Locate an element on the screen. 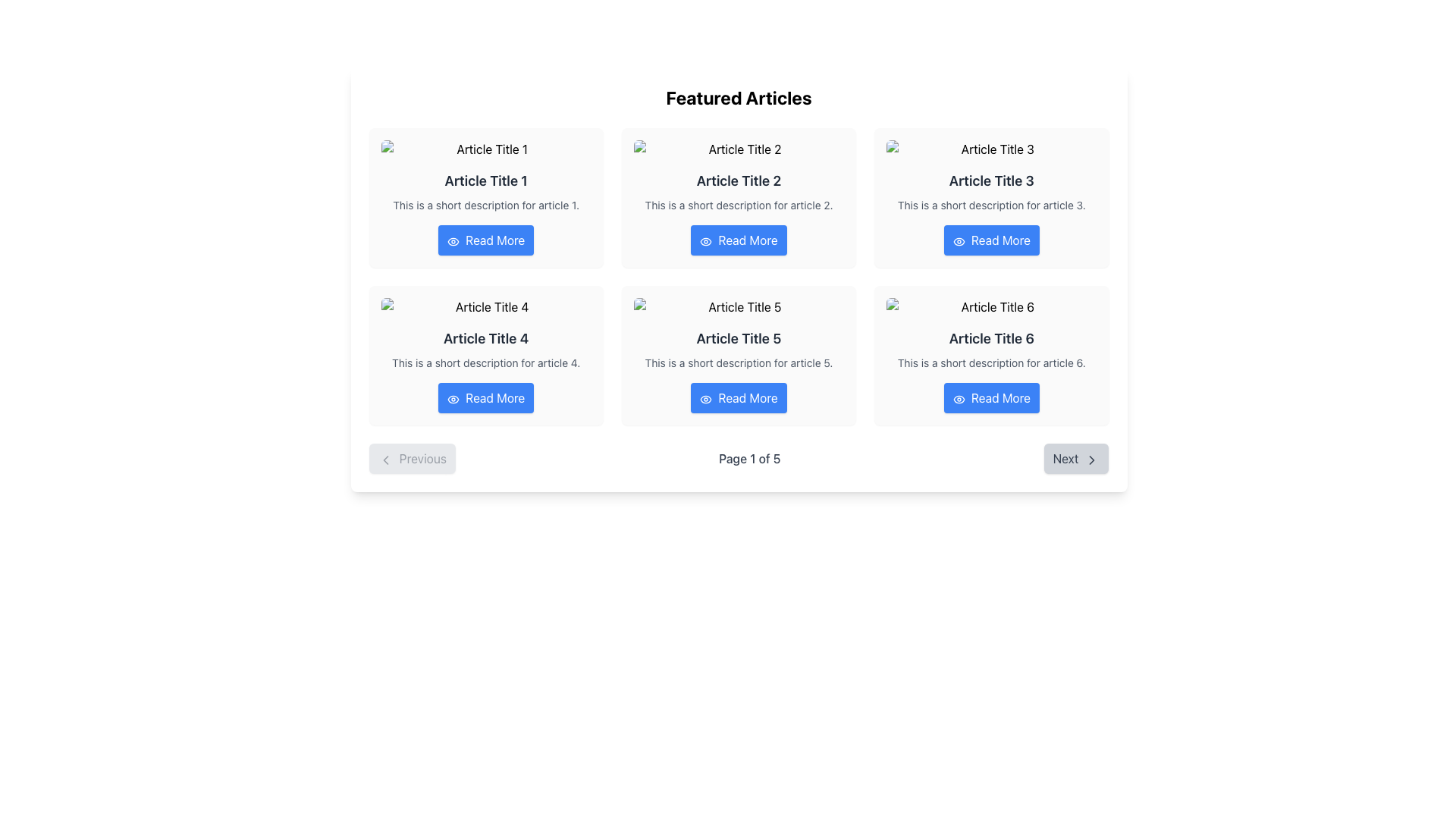 This screenshot has width=1456, height=819. graphical icon component located in the fourth card of the displayed grid, which likely indicates an action or conveys information visually, such as viewing details or visibility of an item is located at coordinates (453, 397).